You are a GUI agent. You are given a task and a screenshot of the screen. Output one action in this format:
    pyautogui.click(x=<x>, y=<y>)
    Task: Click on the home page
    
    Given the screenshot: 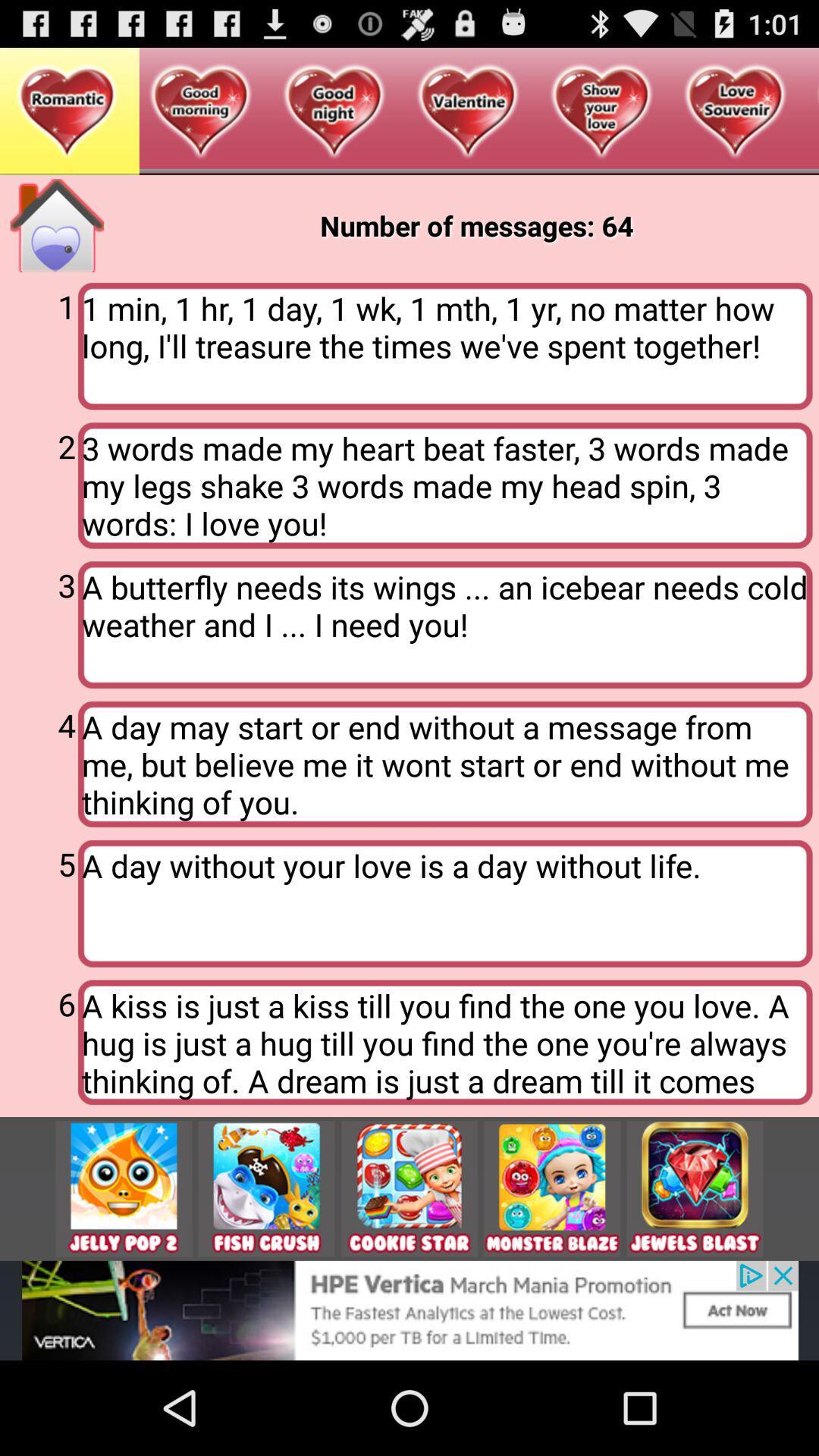 What is the action you would take?
    pyautogui.click(x=56, y=224)
    